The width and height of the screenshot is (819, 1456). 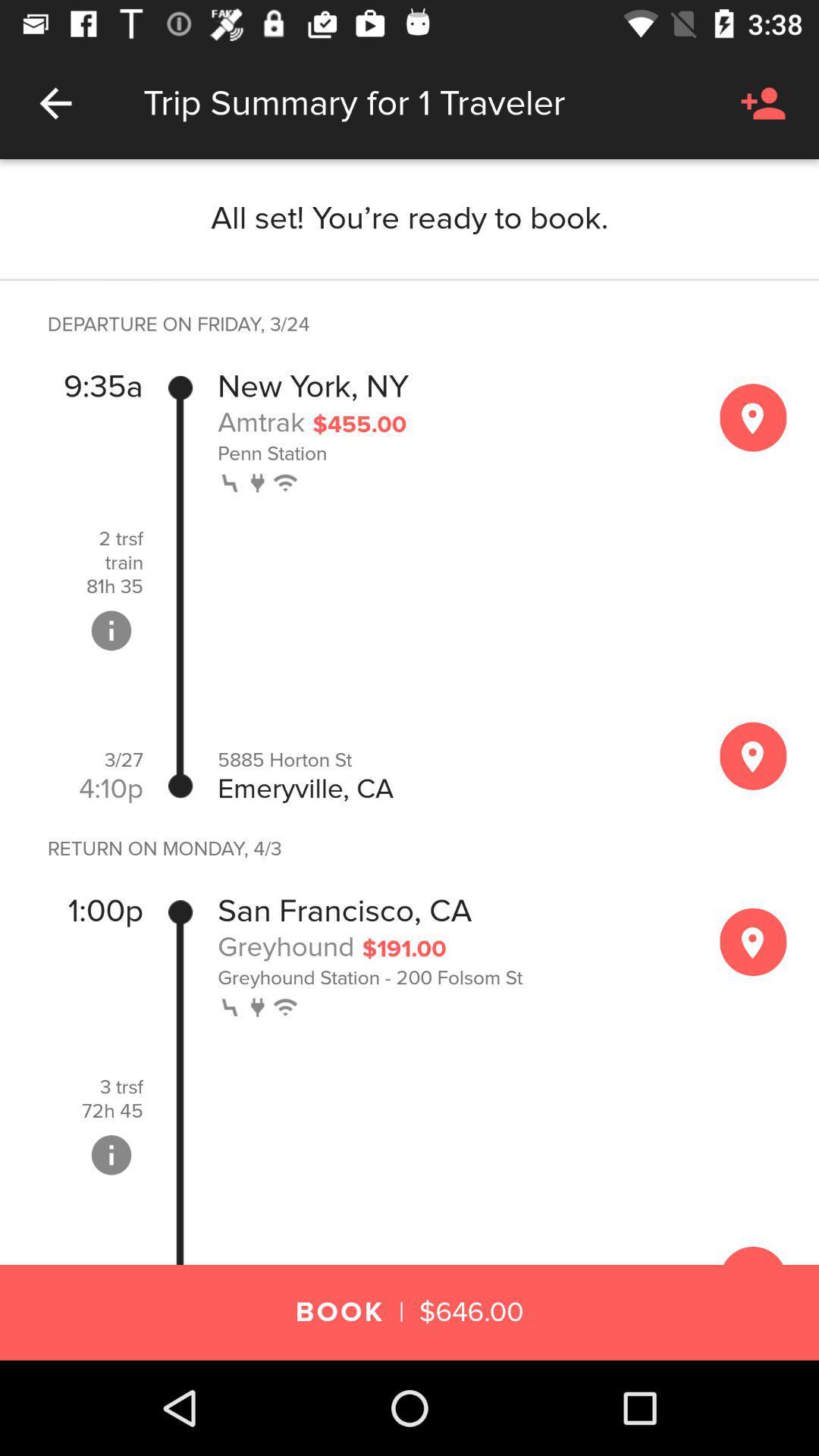 I want to click on trip information, so click(x=110, y=630).